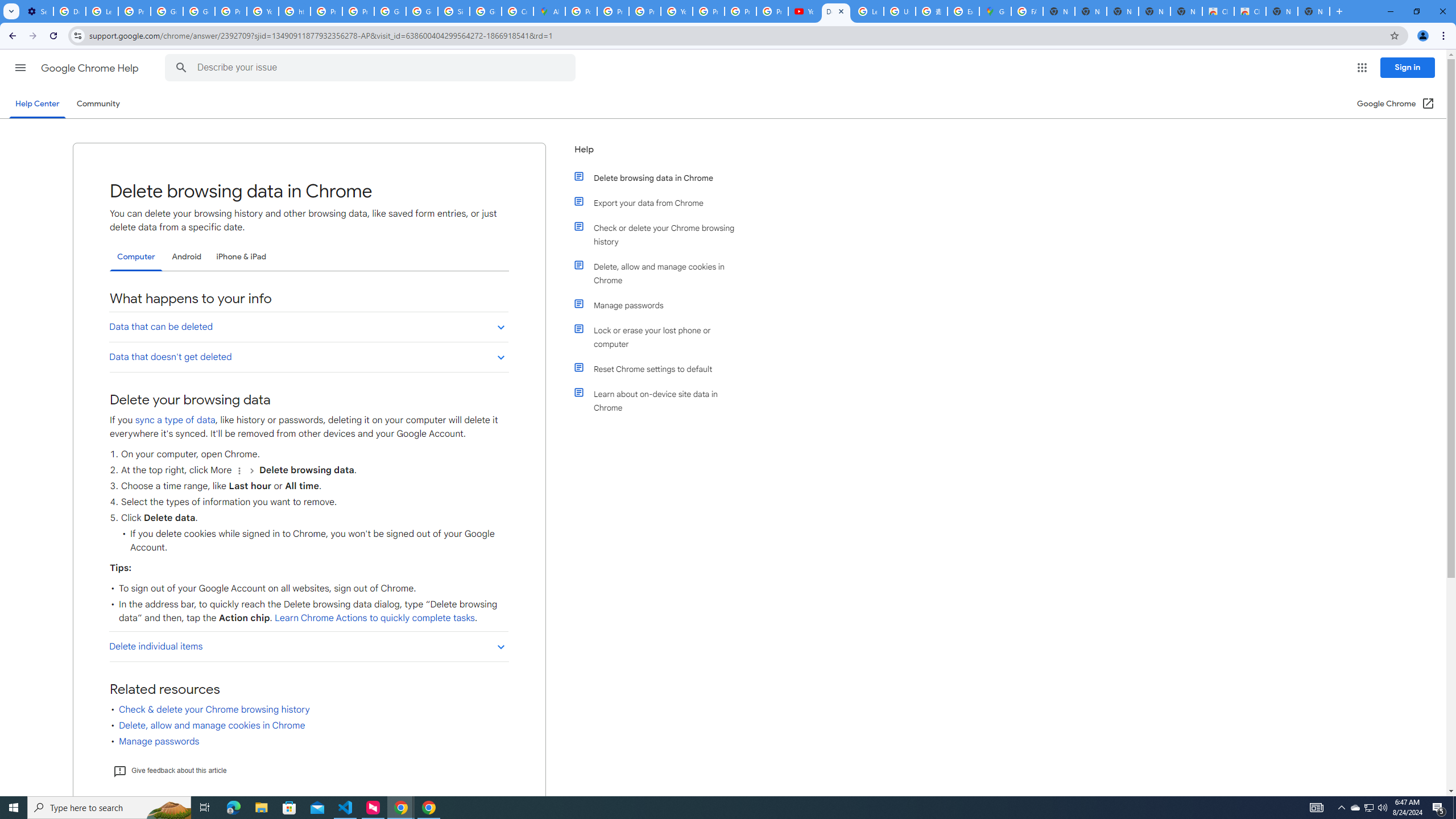 The height and width of the screenshot is (819, 1456). I want to click on 'Help Center', so click(37, 103).